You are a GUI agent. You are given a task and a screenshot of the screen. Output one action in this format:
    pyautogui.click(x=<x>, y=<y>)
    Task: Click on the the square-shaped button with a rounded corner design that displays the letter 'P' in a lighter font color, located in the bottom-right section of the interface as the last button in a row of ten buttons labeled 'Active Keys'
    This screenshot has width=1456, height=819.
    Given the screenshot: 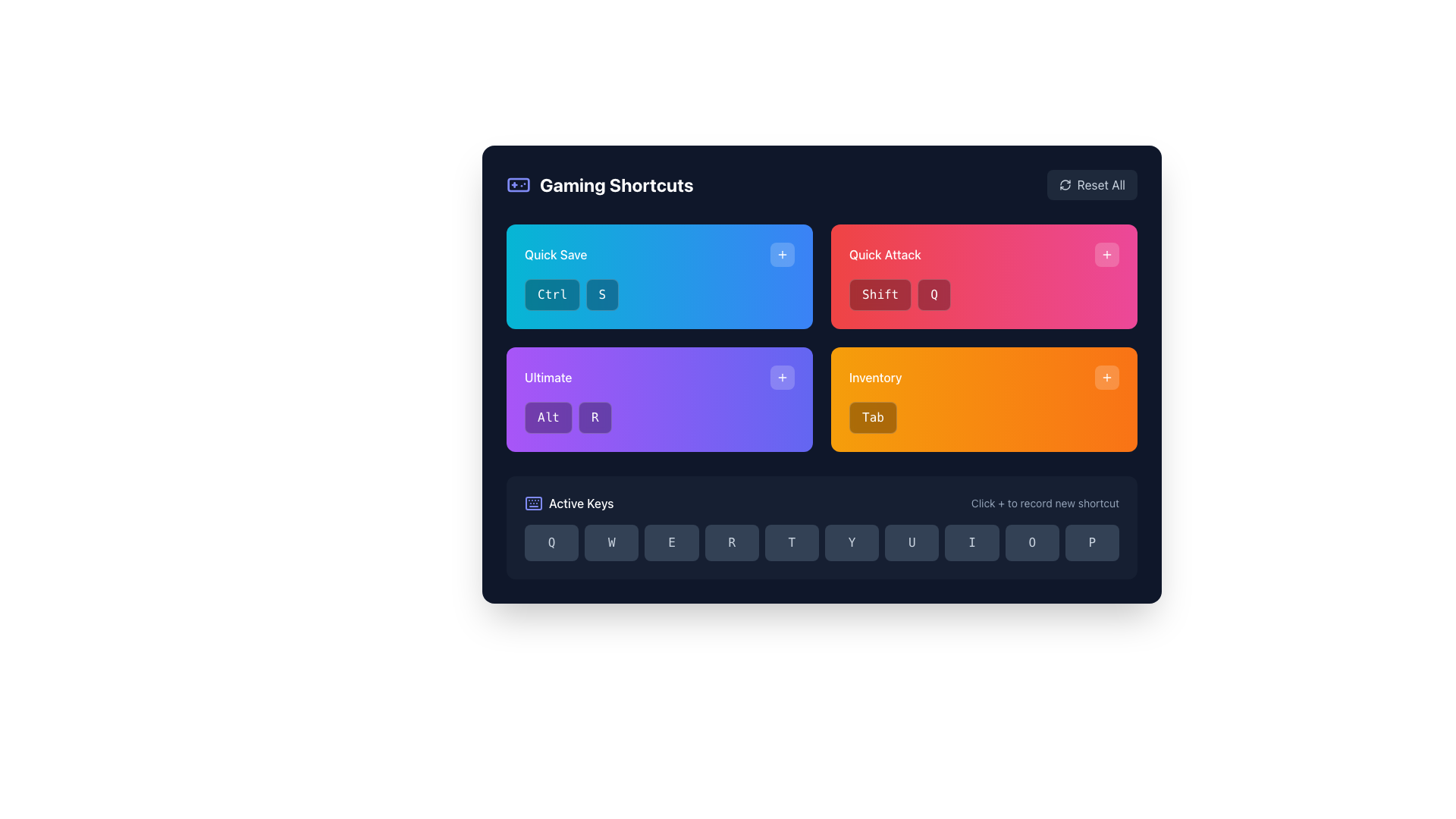 What is the action you would take?
    pyautogui.click(x=1092, y=542)
    